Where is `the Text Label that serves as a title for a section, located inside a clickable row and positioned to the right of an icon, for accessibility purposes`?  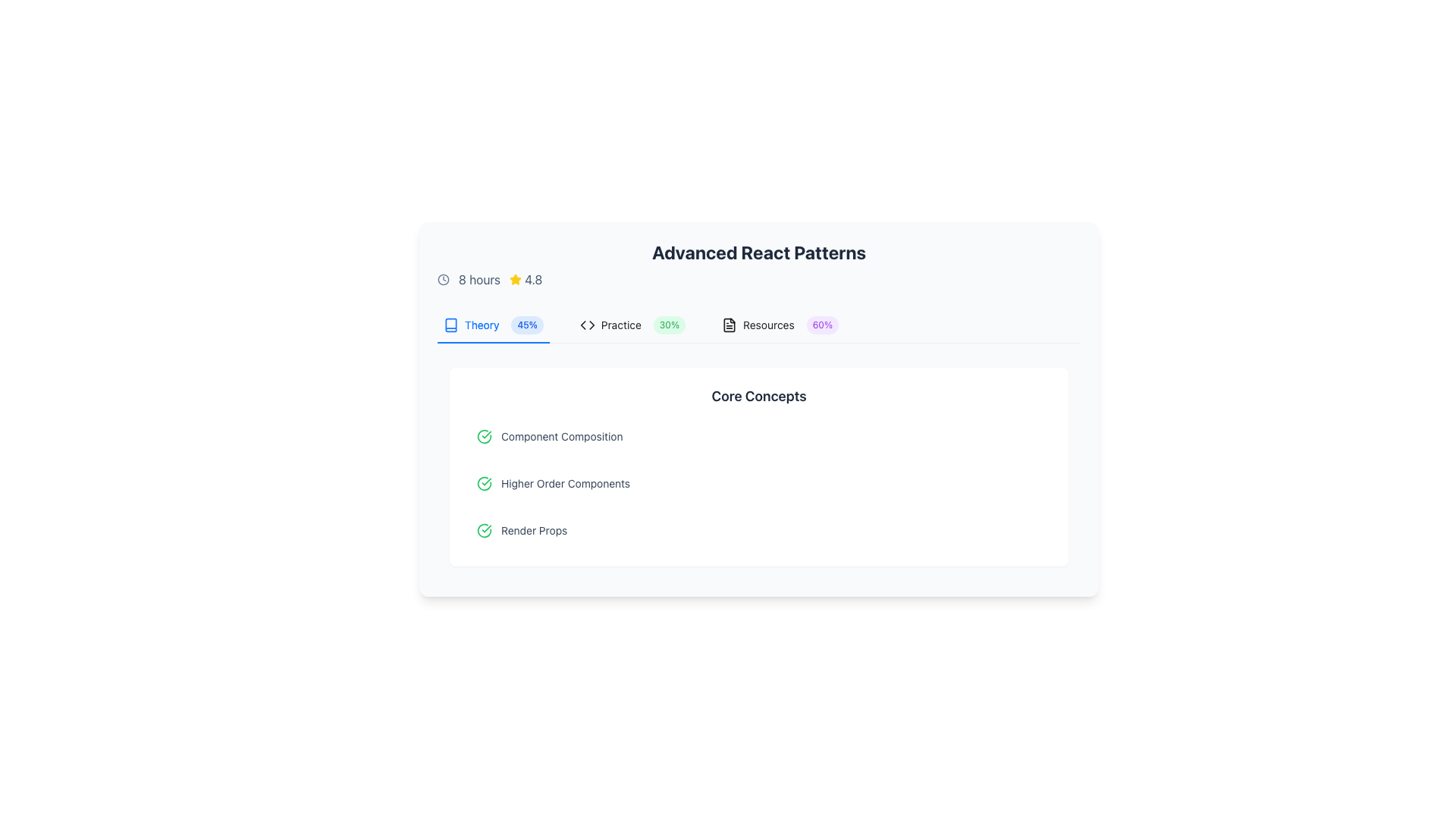
the Text Label that serves as a title for a section, located inside a clickable row and positioned to the right of an icon, for accessibility purposes is located at coordinates (561, 436).